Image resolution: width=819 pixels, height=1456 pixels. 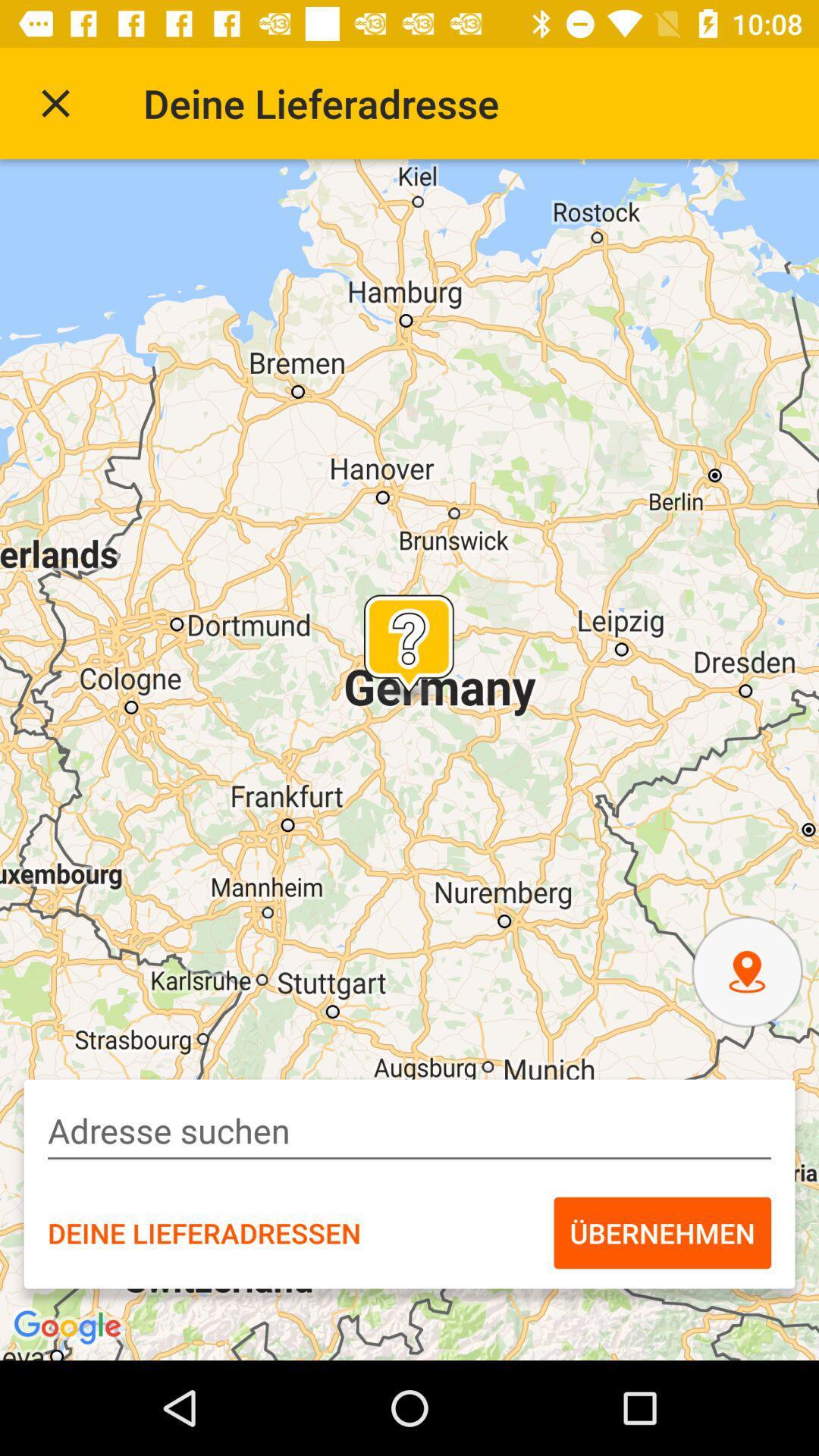 I want to click on item to the left of the deine lieferadresse, so click(x=55, y=102).